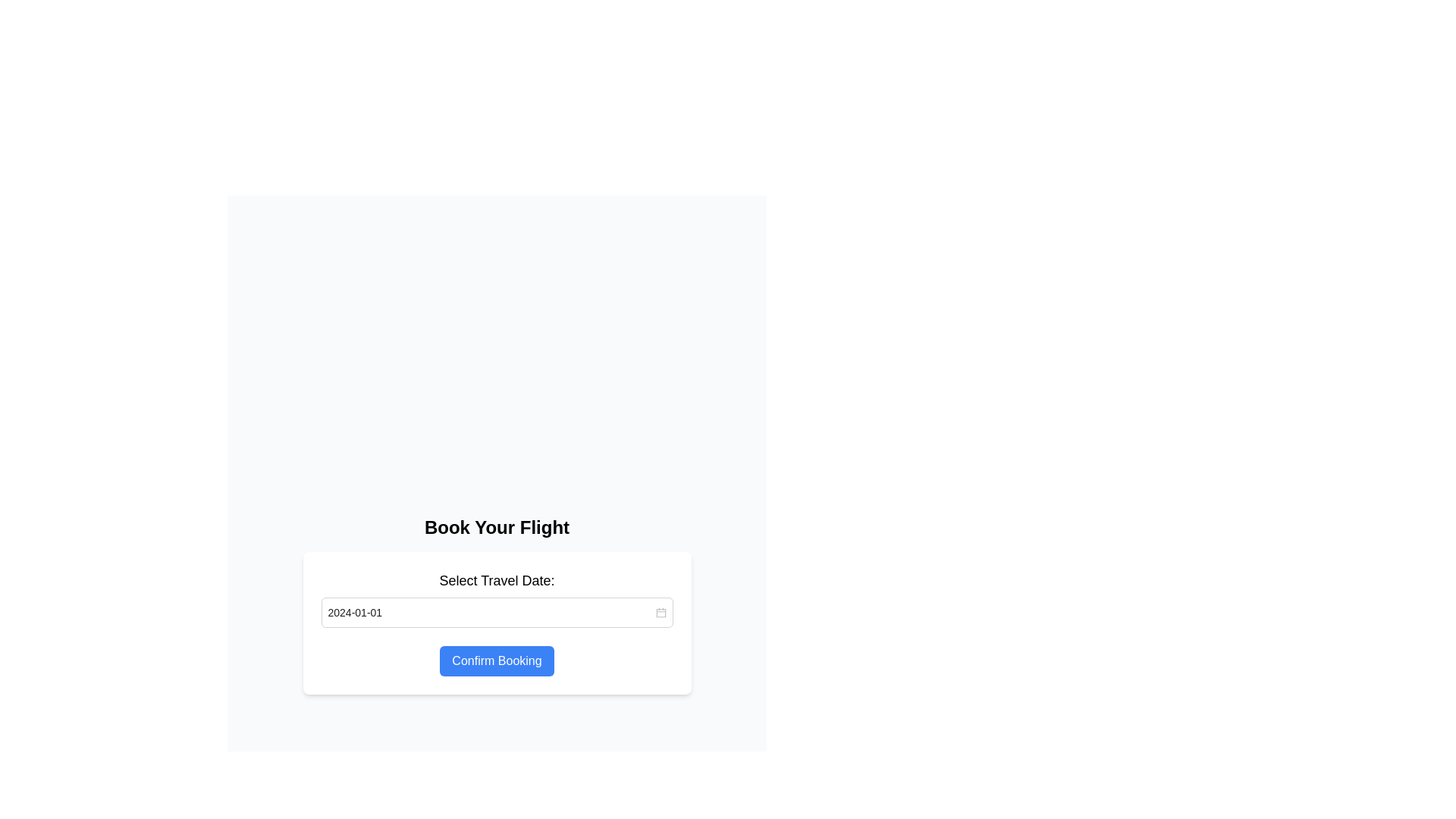  I want to click on the Date Selection Field Section, so click(497, 598).